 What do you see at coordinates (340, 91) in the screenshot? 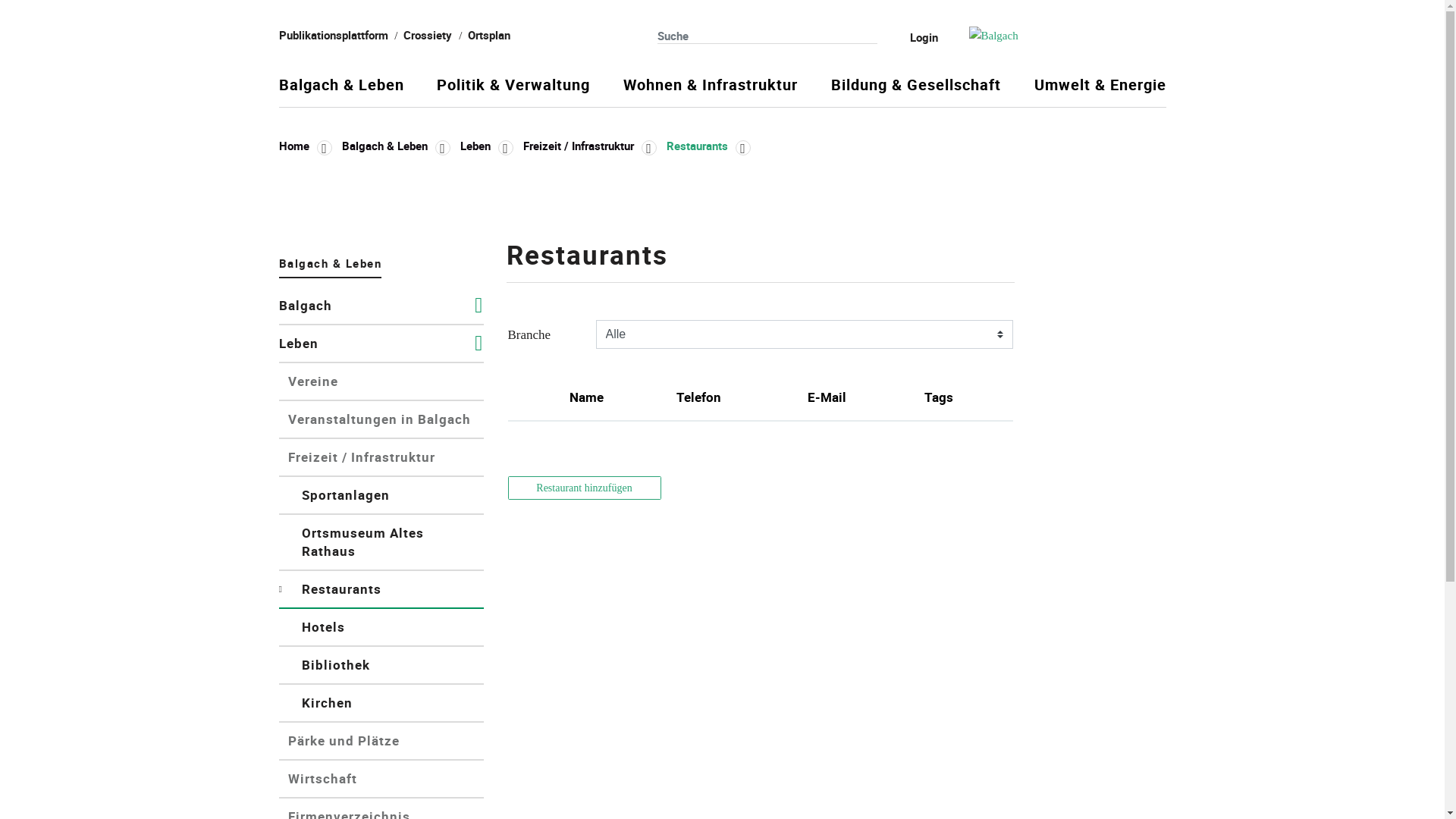
I see `'Balgach & Leben'` at bounding box center [340, 91].